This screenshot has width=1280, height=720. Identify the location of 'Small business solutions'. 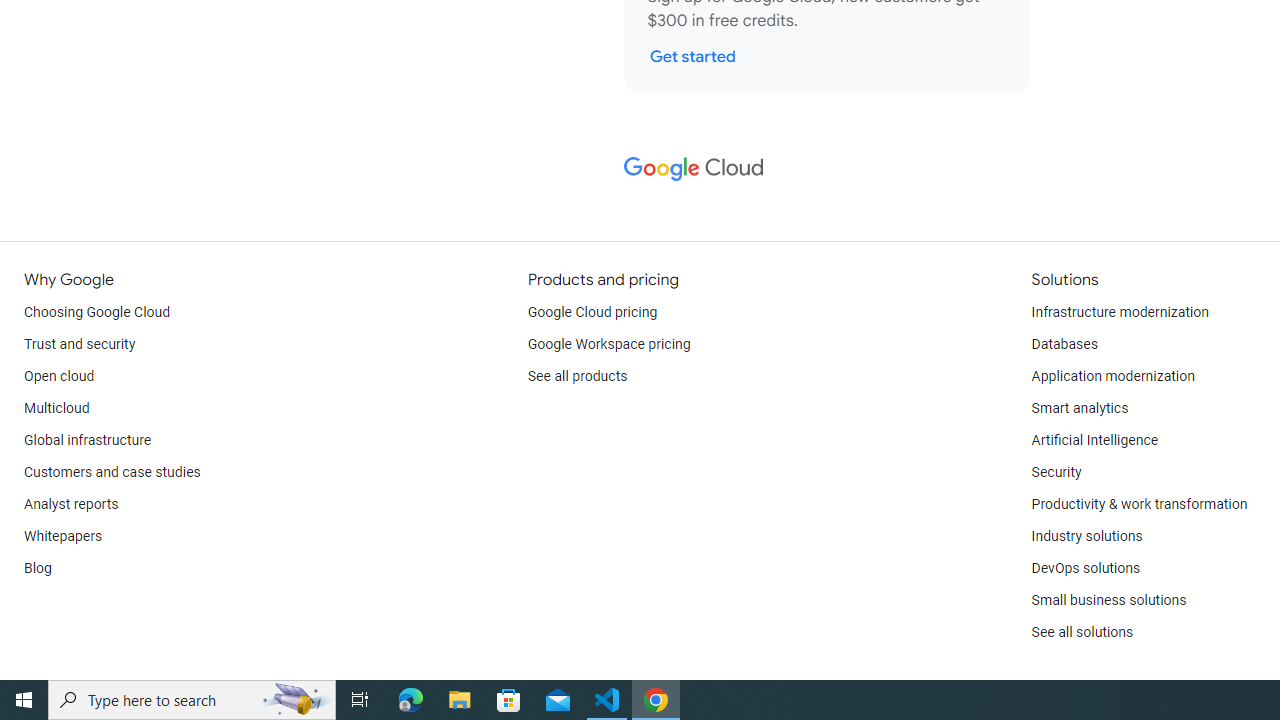
(1107, 599).